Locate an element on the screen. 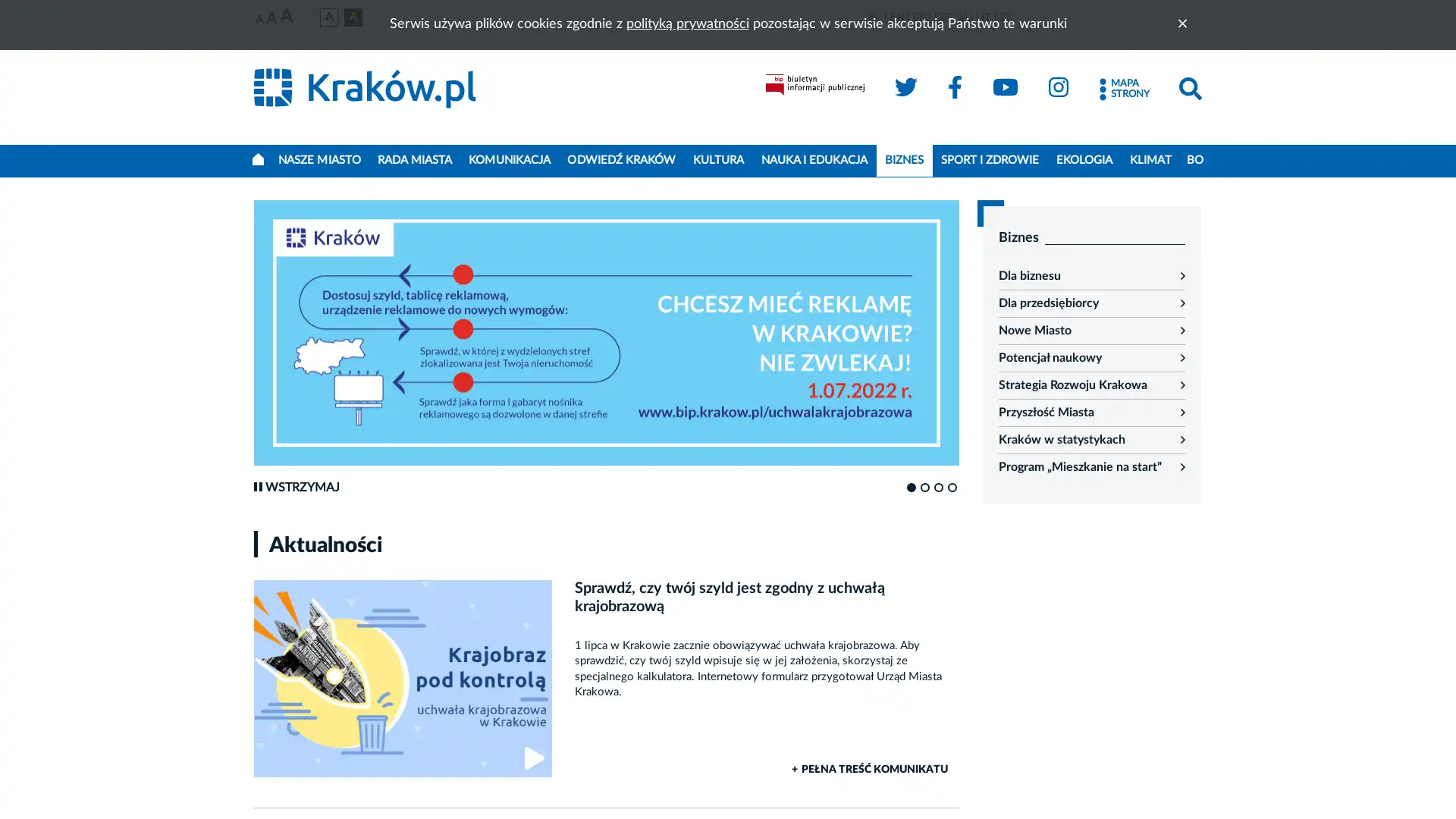 The height and width of the screenshot is (819, 1456). Go to slide 3 is located at coordinates (938, 488).